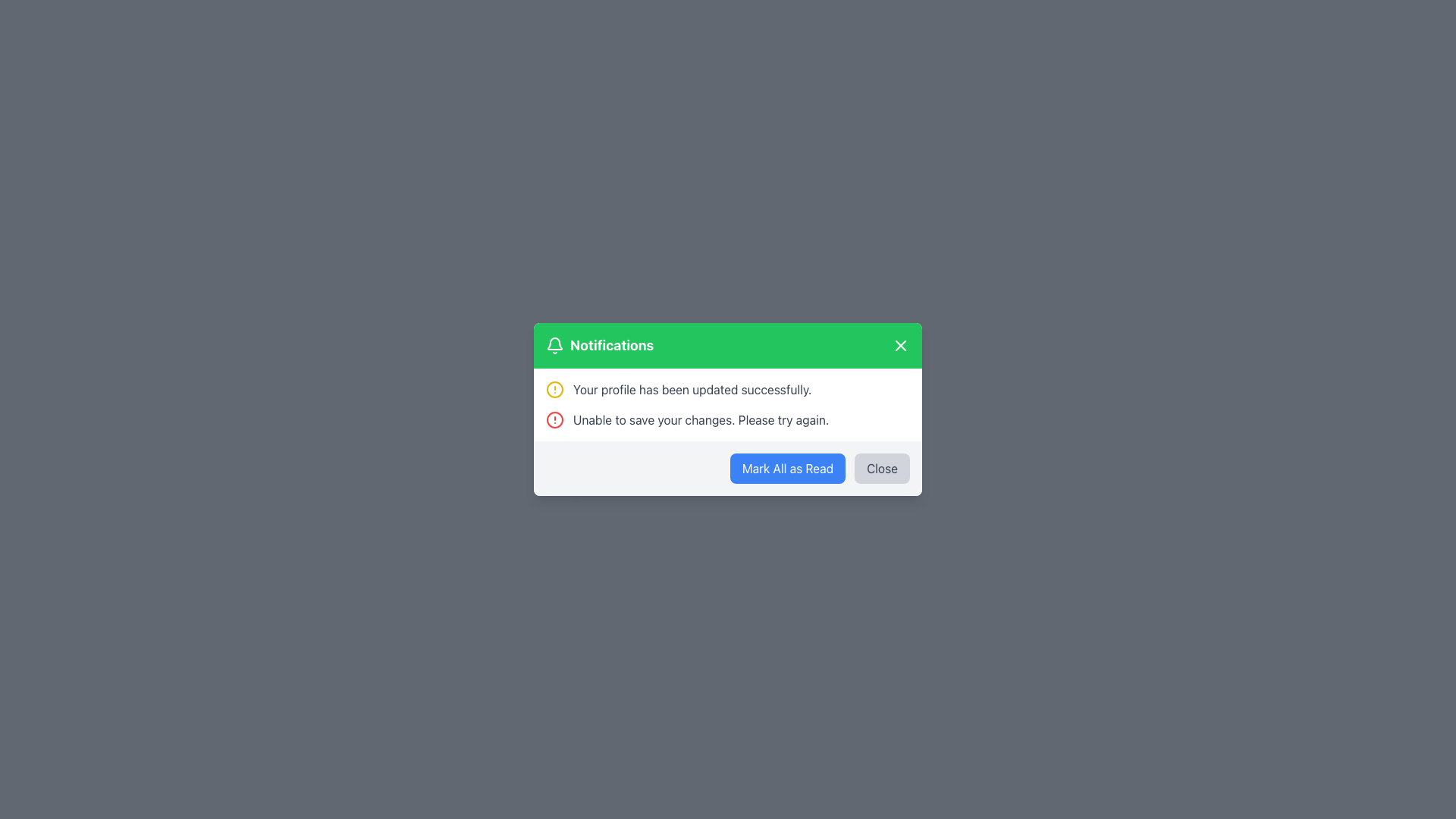 This screenshot has width=1456, height=819. Describe the element at coordinates (554, 345) in the screenshot. I see `the bell icon located at the far left of the header area of the notification card, preceding the text label 'Notifications'` at that location.